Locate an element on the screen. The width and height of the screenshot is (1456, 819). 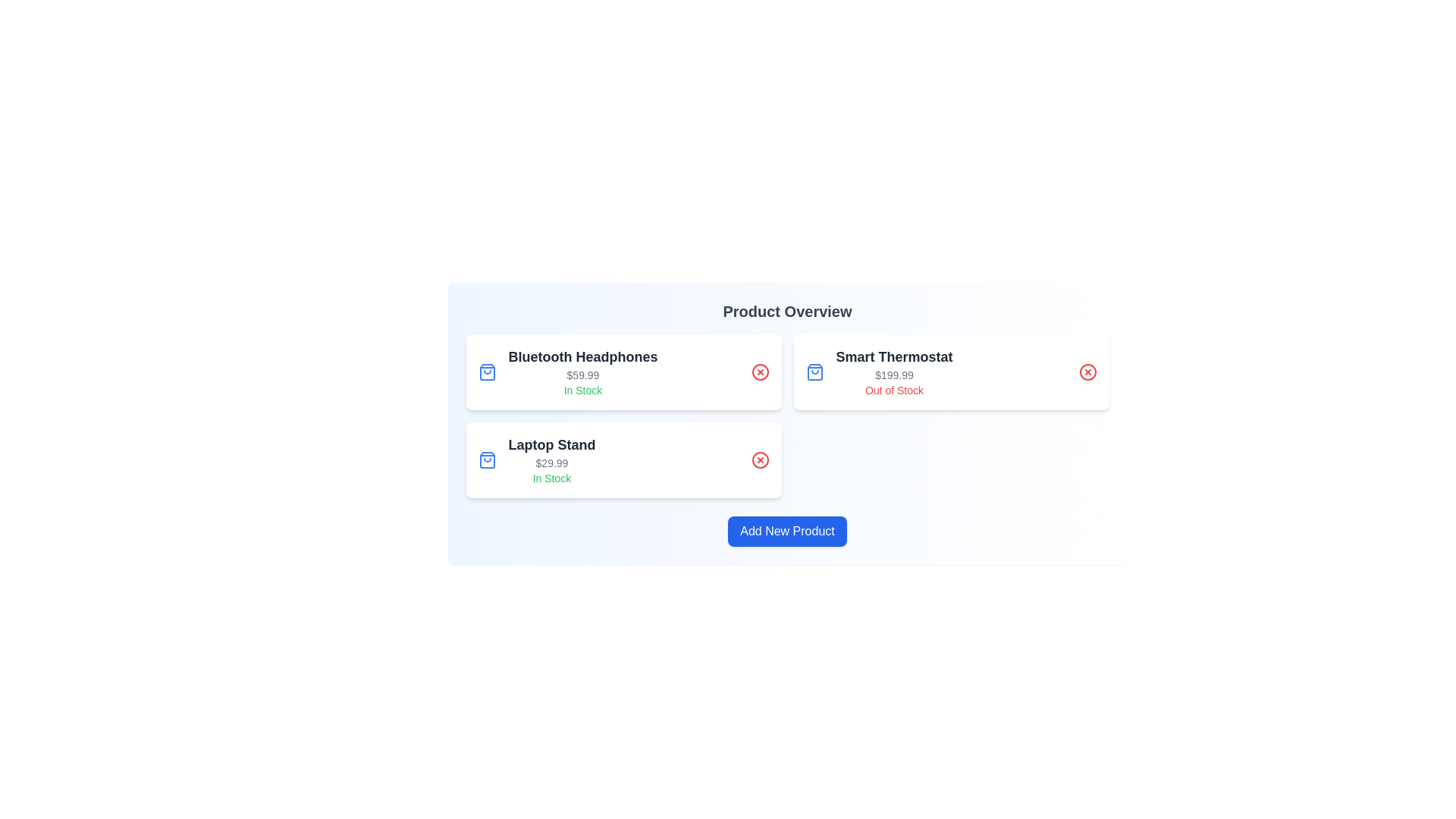
remove button for the product identified by Bluetooth Headphones is located at coordinates (760, 372).